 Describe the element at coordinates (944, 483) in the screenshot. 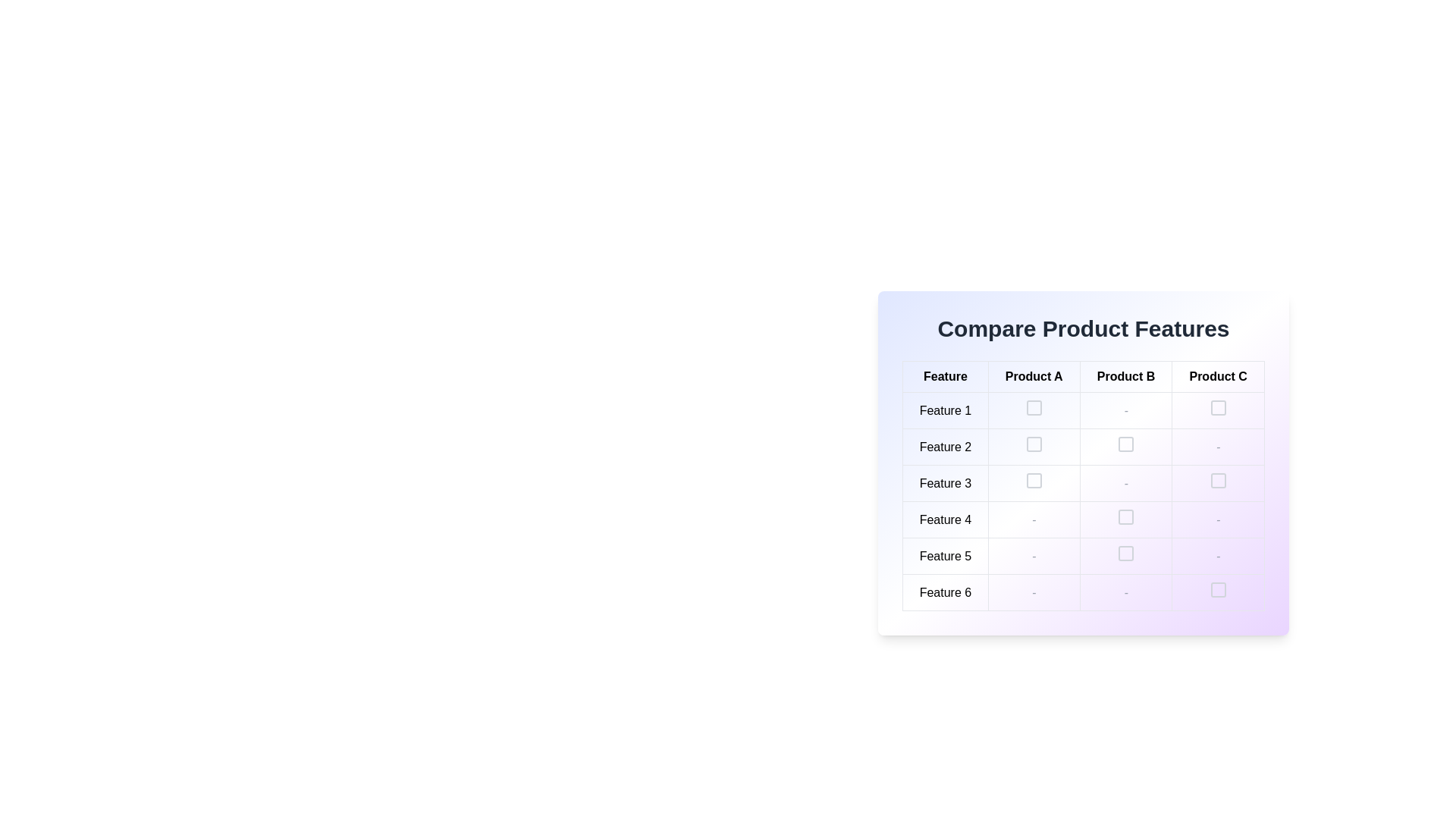

I see `text content of the text label displaying 'Feature 3', which is centrally aligned in the third row of the 'Feature' column in the table` at that location.